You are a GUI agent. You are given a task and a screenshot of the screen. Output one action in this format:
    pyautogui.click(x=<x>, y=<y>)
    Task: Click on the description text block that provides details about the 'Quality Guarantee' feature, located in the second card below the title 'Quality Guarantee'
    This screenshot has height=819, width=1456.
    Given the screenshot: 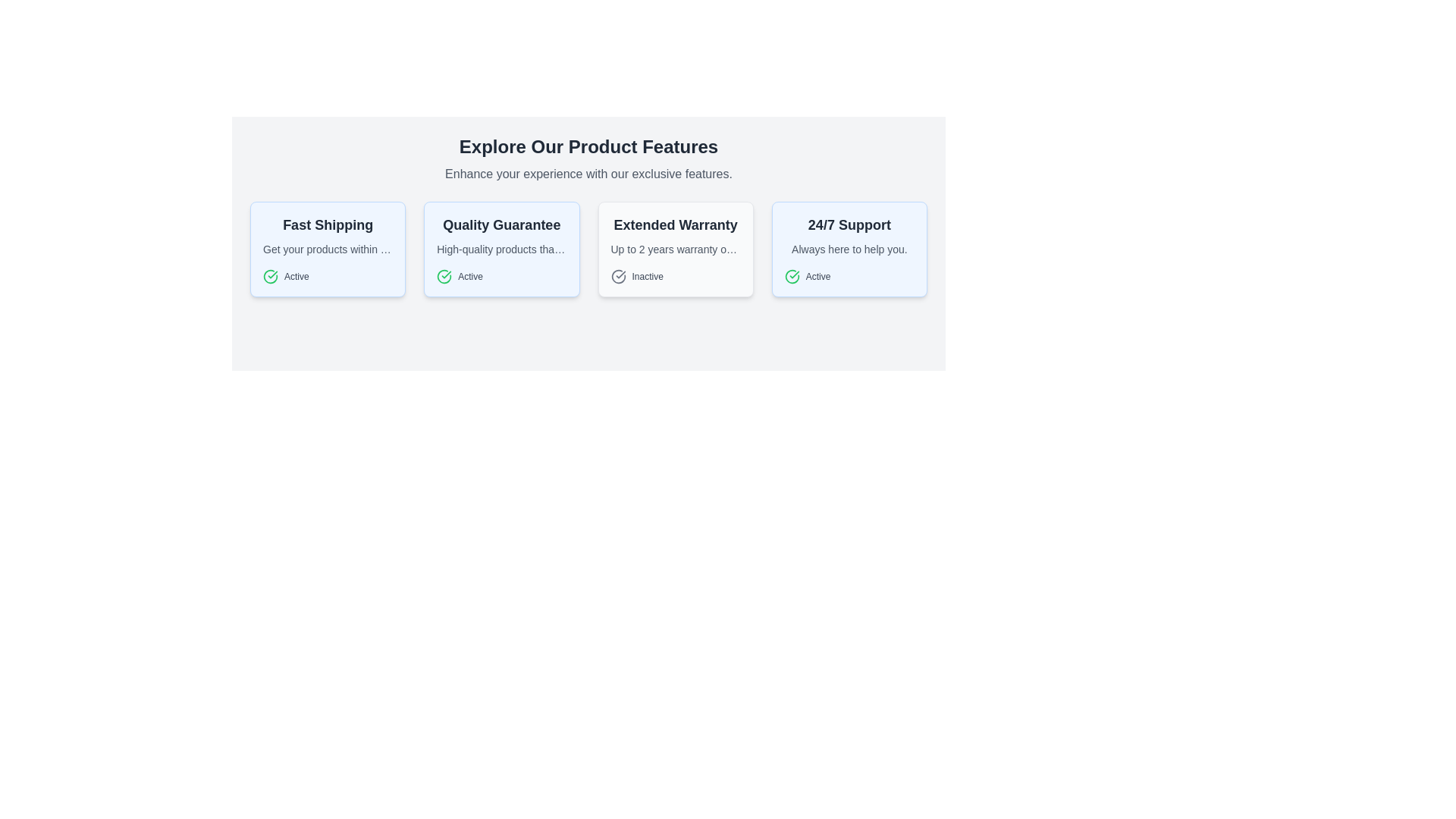 What is the action you would take?
    pyautogui.click(x=501, y=248)
    